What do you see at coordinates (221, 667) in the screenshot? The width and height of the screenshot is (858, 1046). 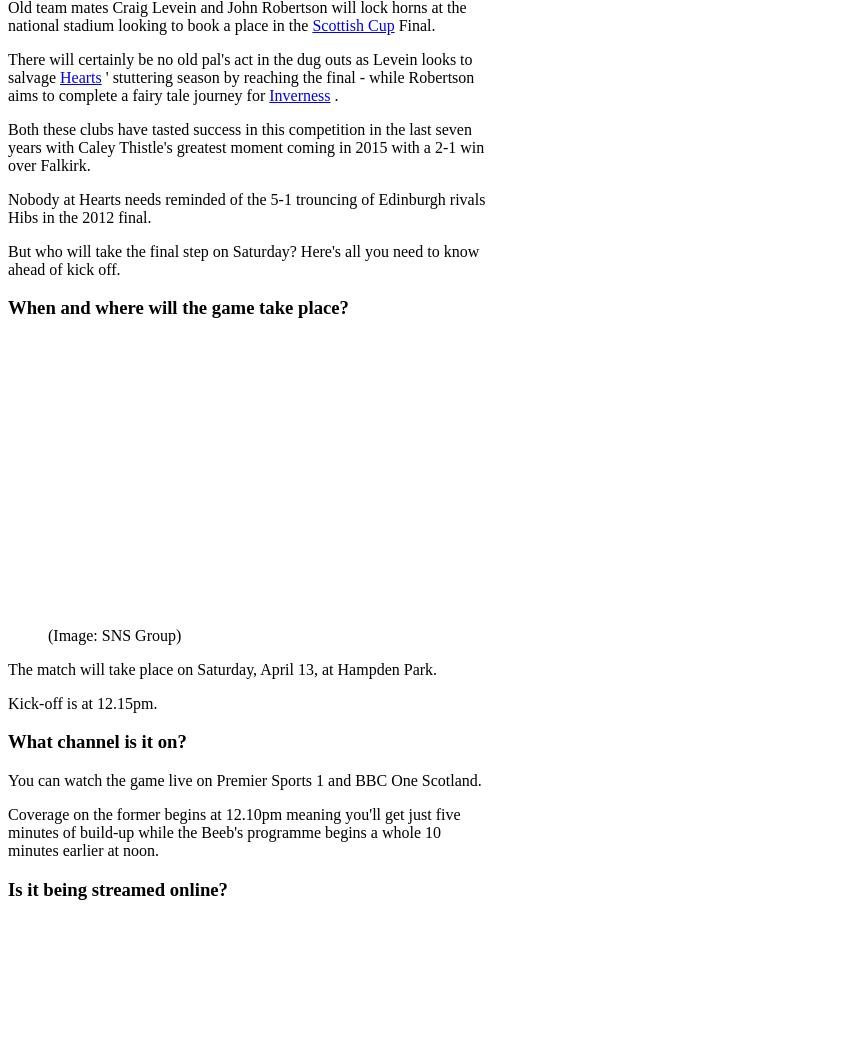 I see `'The match will take place on Saturday, April 13, at Hampden Park.'` at bounding box center [221, 667].